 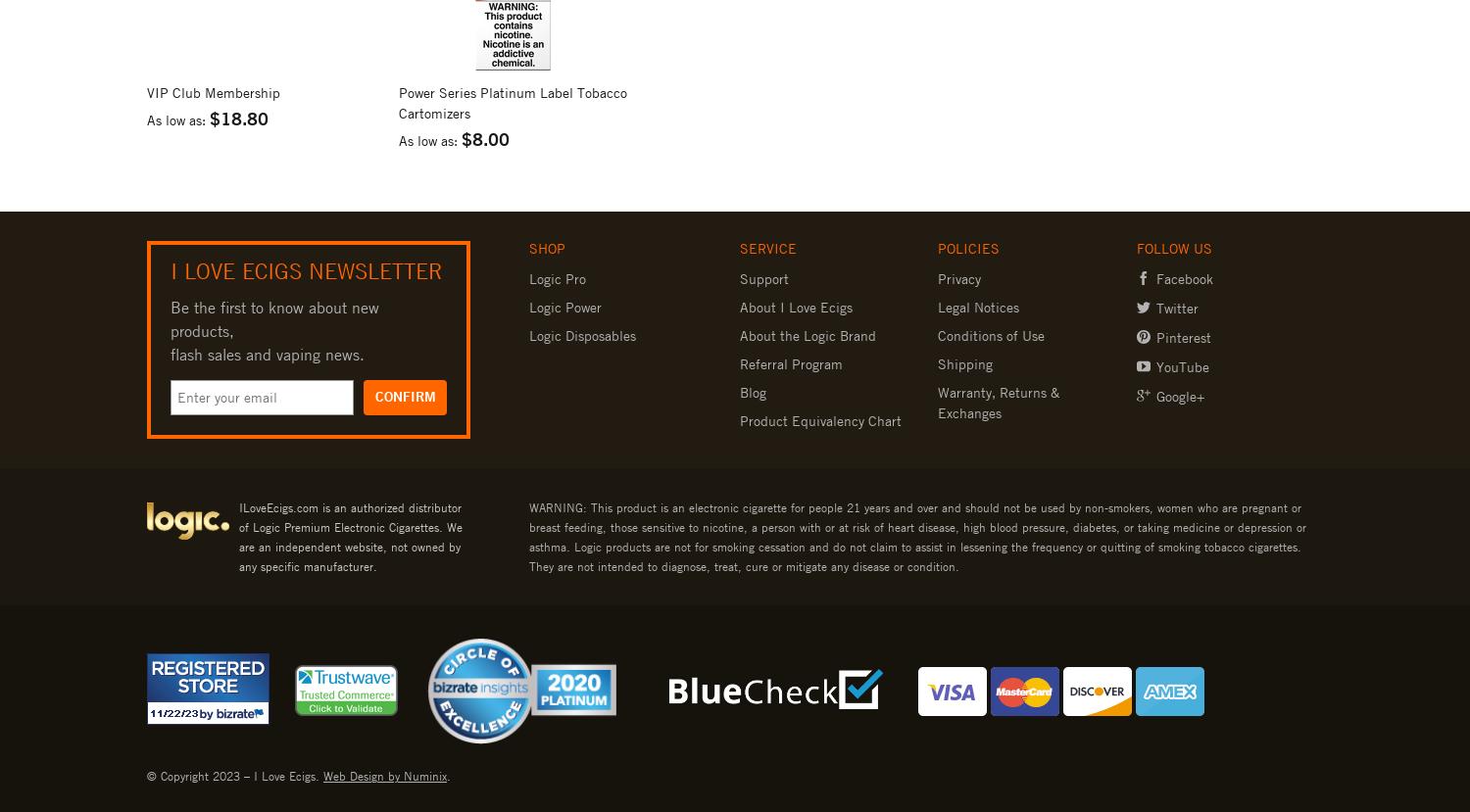 What do you see at coordinates (1181, 363) in the screenshot?
I see `'YouTube'` at bounding box center [1181, 363].